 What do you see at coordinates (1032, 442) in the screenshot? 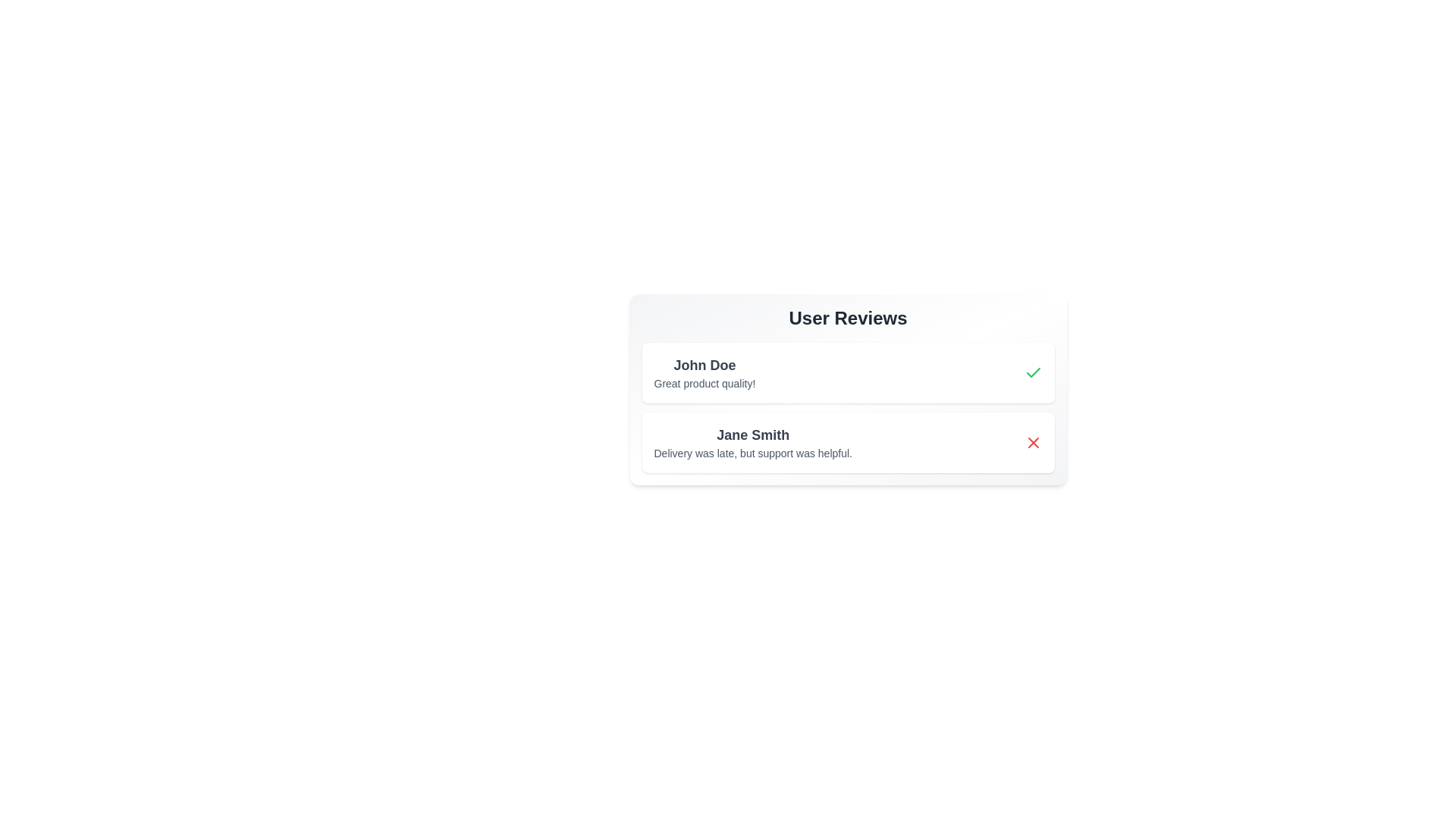
I see `the dismissive icon located` at bounding box center [1032, 442].